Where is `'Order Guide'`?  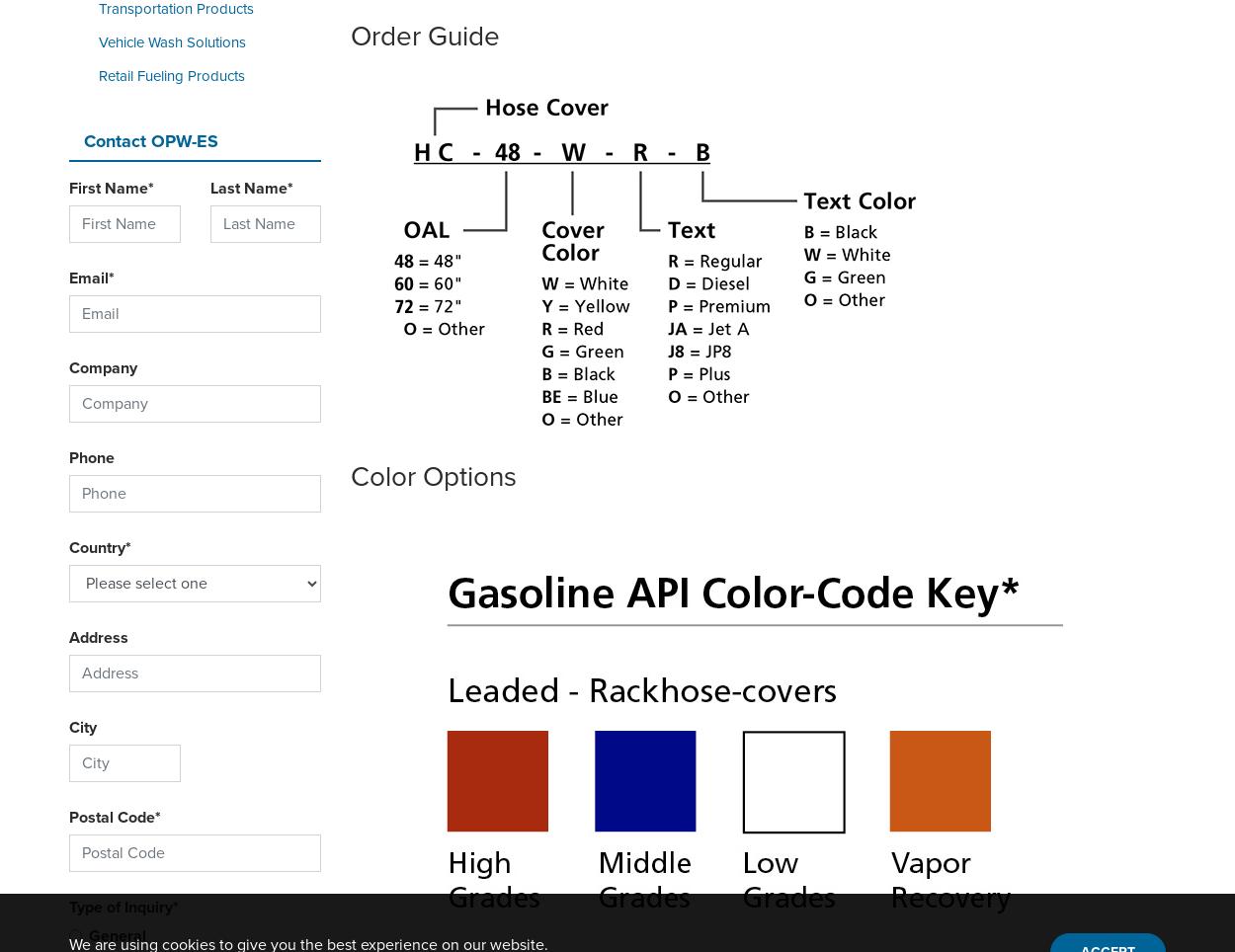 'Order Guide' is located at coordinates (425, 34).